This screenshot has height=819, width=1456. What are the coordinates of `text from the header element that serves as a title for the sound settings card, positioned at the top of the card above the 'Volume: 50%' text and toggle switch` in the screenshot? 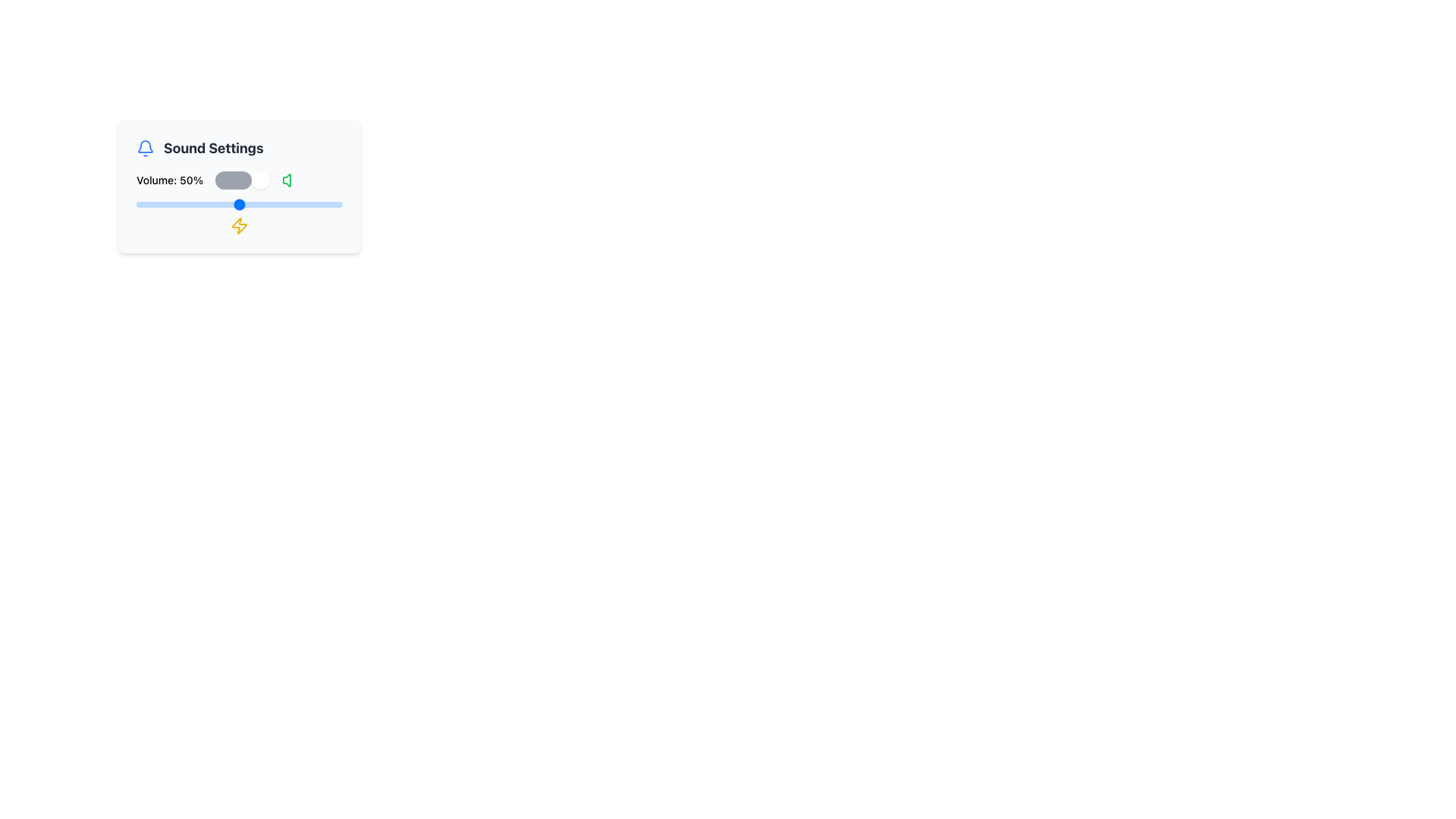 It's located at (239, 149).